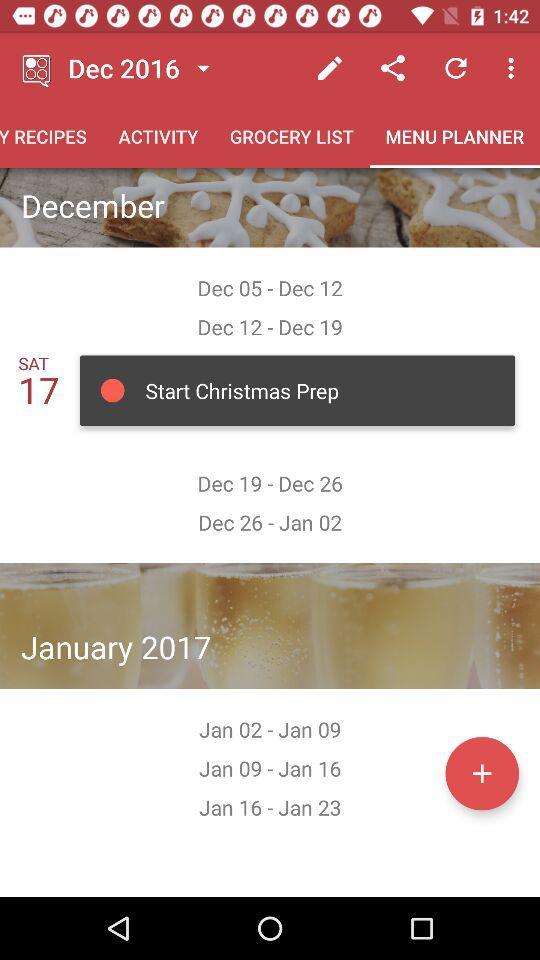 The image size is (540, 960). What do you see at coordinates (330, 68) in the screenshot?
I see `edit icon` at bounding box center [330, 68].